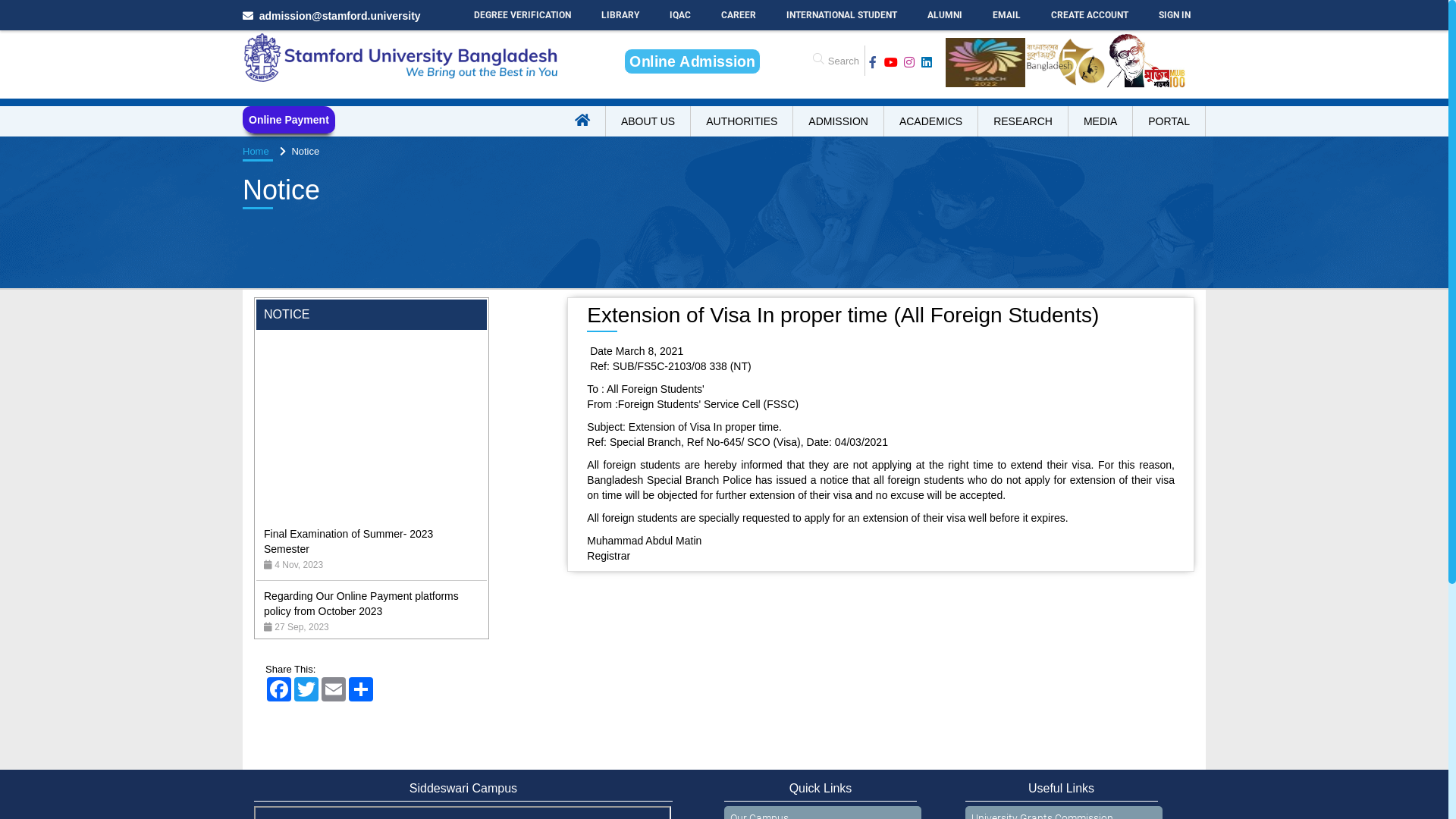 Image resolution: width=1456 pixels, height=819 pixels. What do you see at coordinates (292, 689) in the screenshot?
I see `'Twitter'` at bounding box center [292, 689].